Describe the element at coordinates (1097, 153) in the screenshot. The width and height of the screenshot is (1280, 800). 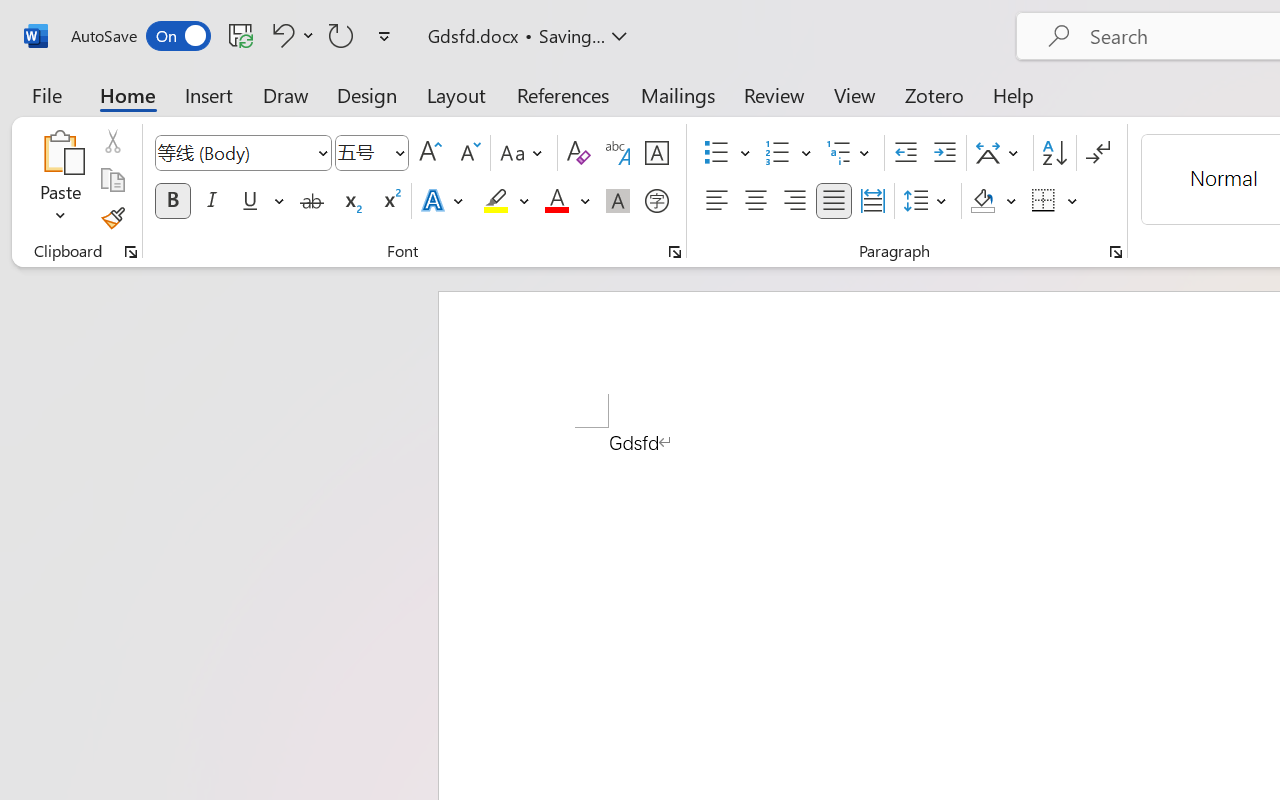
I see `'Show/Hide Editing Marks'` at that location.